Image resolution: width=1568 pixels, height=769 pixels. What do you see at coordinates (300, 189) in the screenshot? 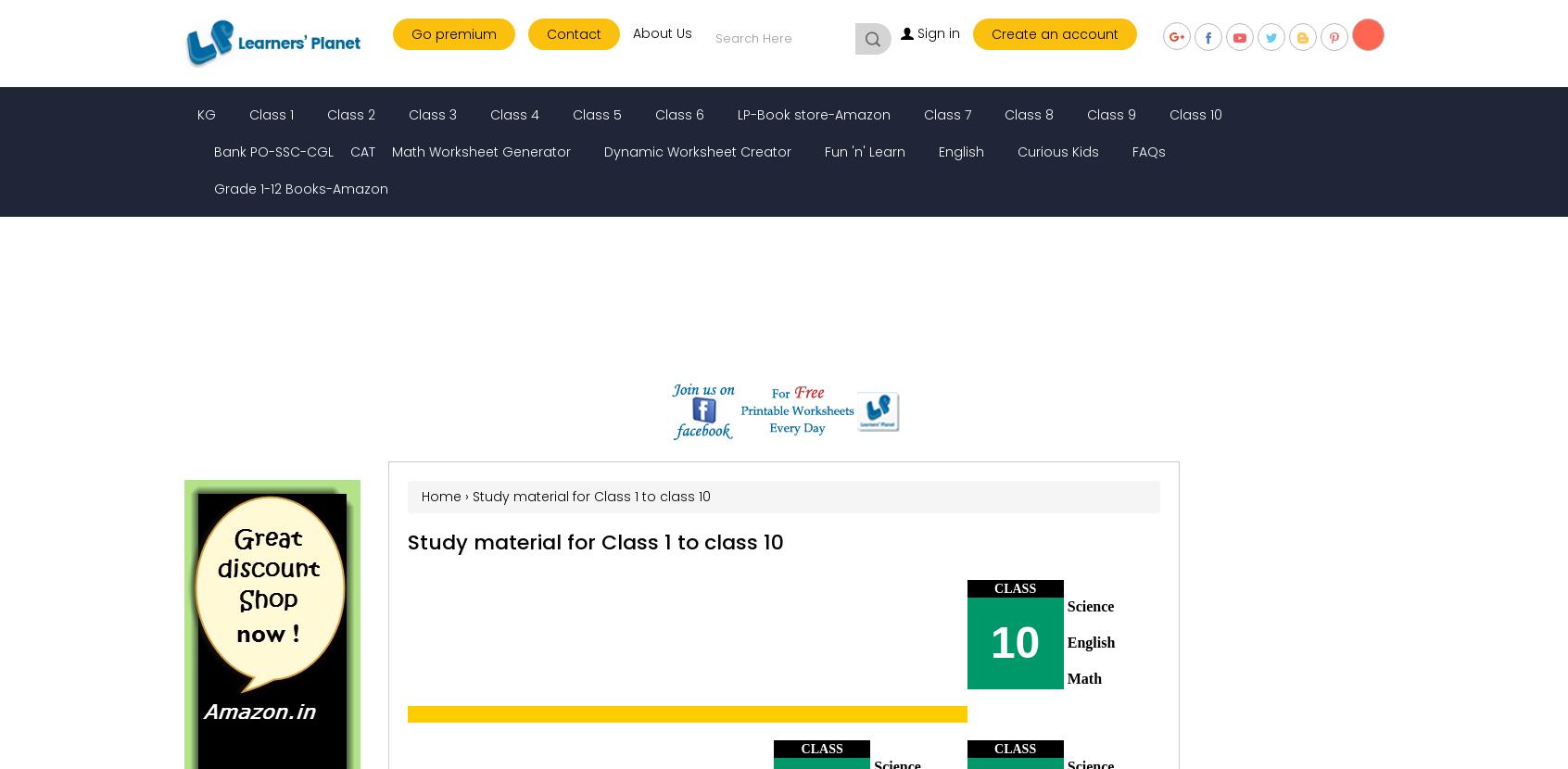
I see `'Grade 1-12 Books-Amazon'` at bounding box center [300, 189].